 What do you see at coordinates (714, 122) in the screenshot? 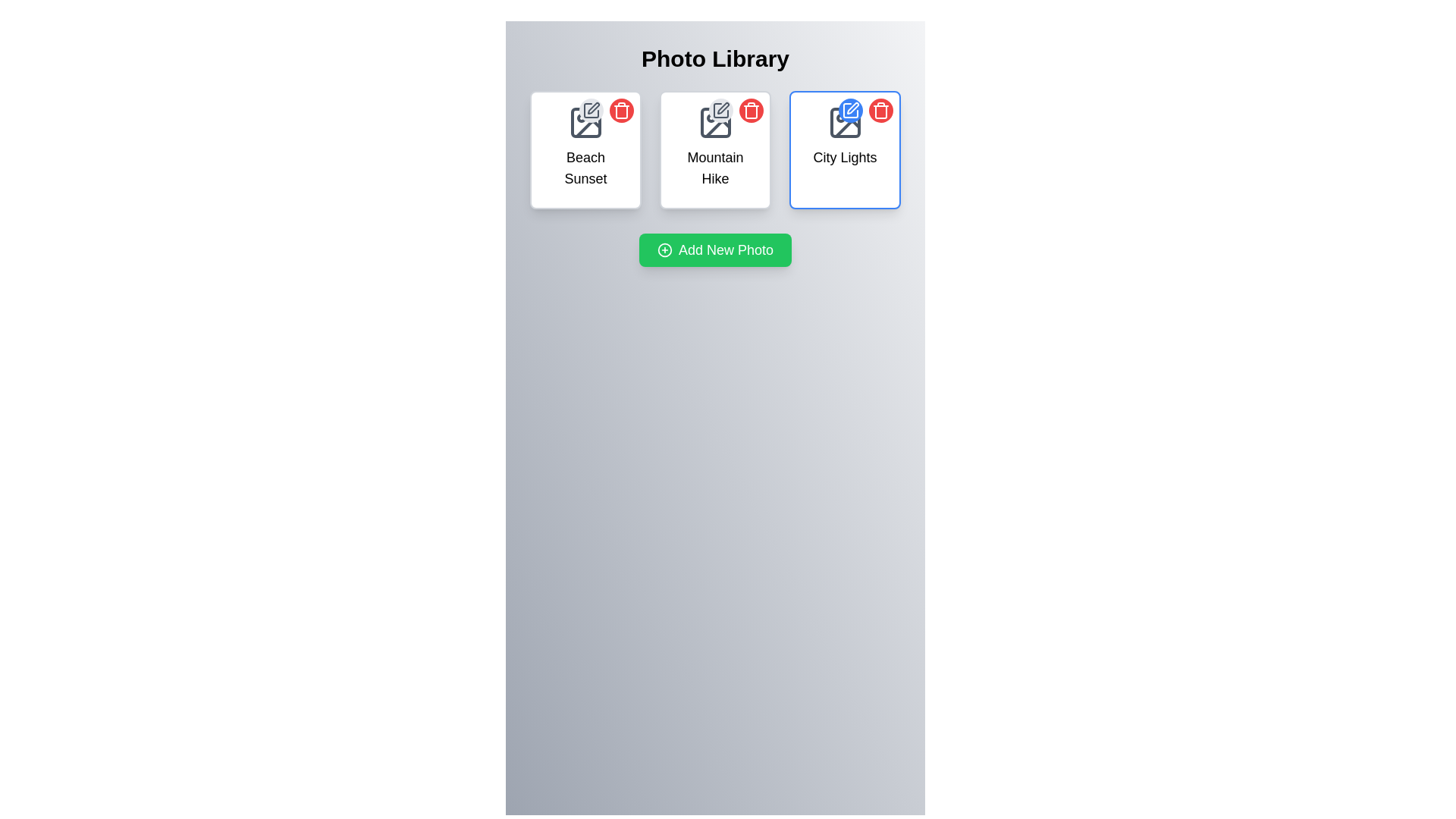
I see `the rectangular frame with rounded corners that is part of the 'Photo Library' layout, positioned above the text 'Mountain Hike'` at bounding box center [714, 122].